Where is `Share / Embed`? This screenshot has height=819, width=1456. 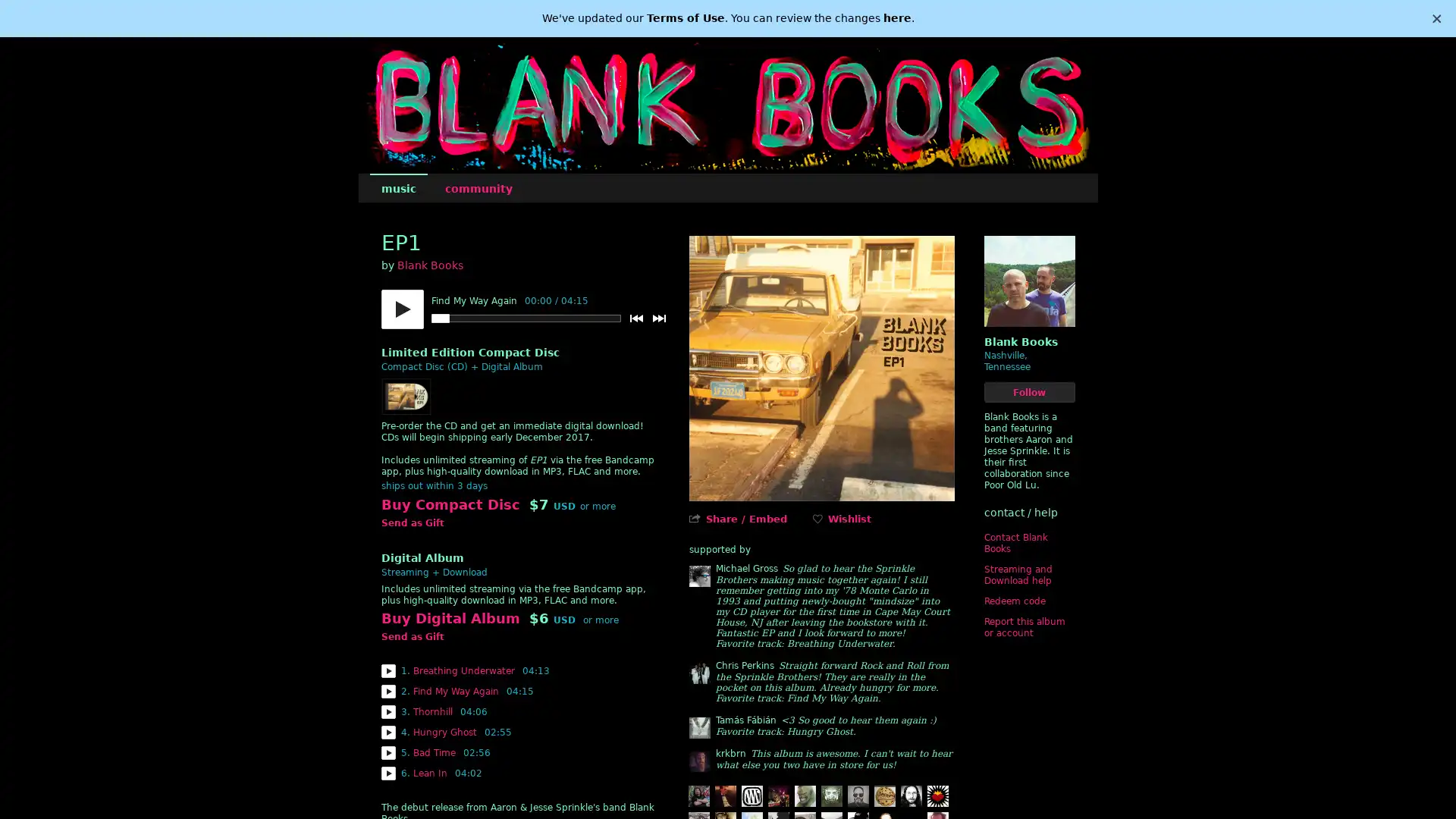 Share / Embed is located at coordinates (745, 518).